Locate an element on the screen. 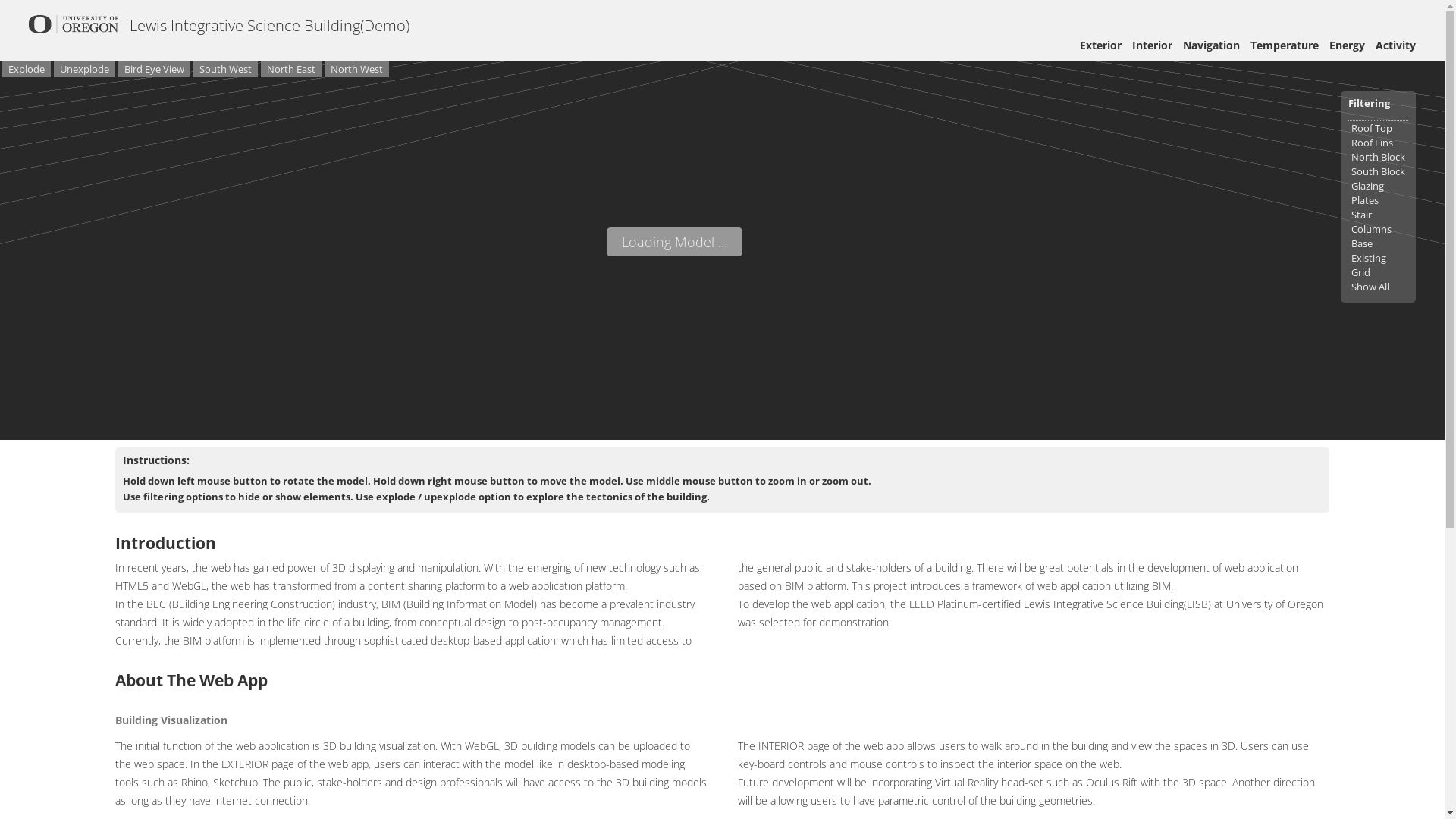 This screenshot has width=1456, height=819. 'Lewis Integrative Science Building(Demo)' is located at coordinates (130, 25).